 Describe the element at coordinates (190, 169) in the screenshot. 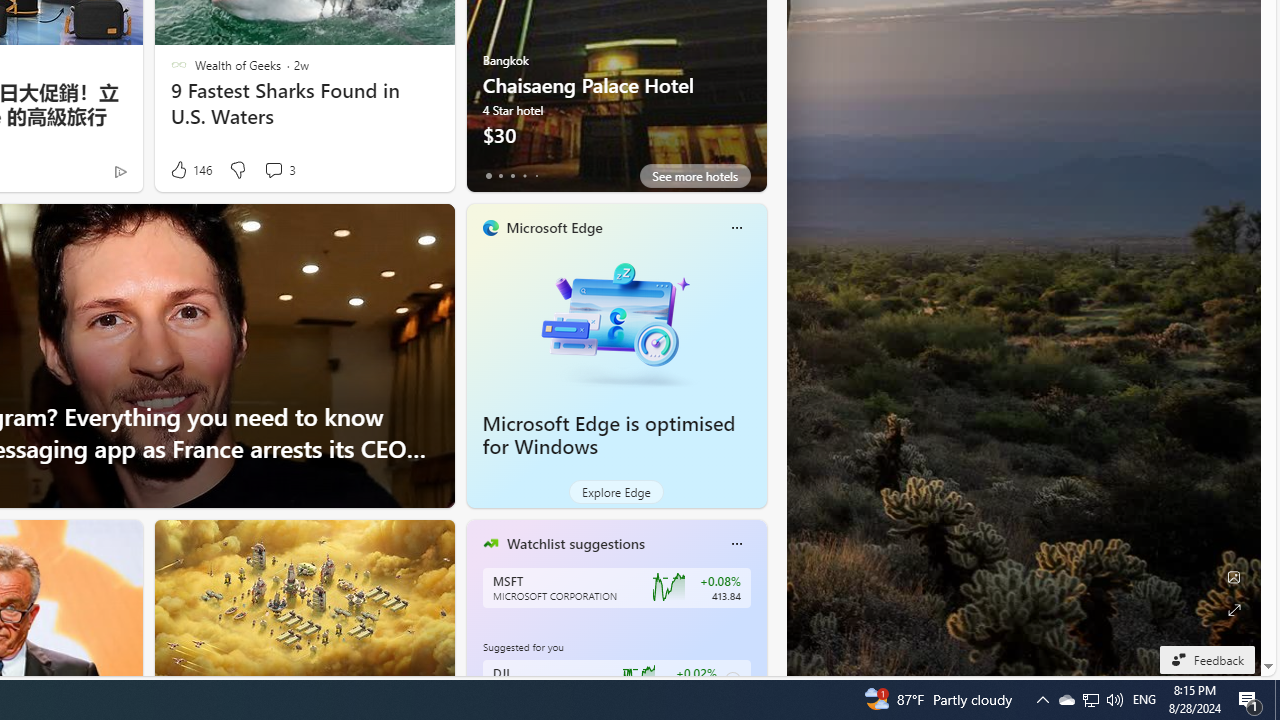

I see `'146 Like'` at that location.